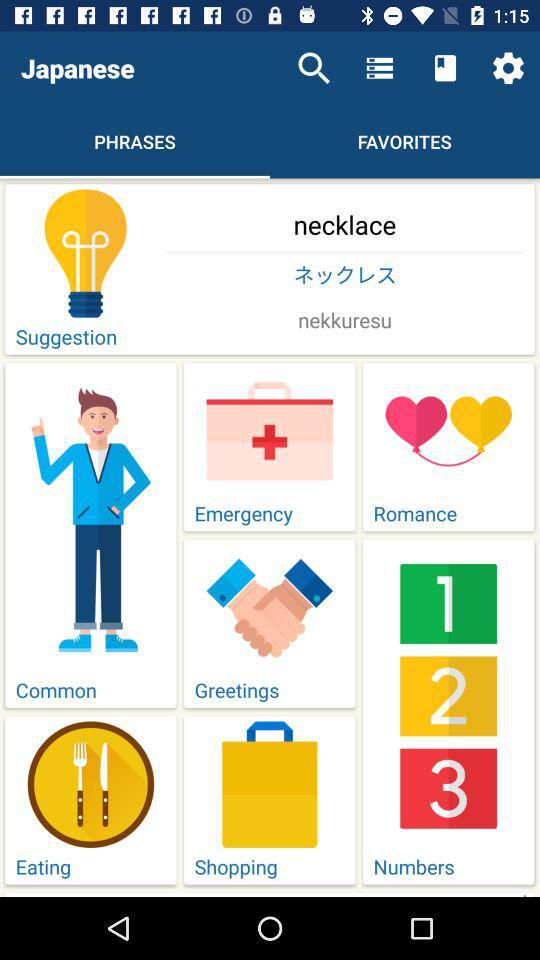 This screenshot has width=540, height=960. What do you see at coordinates (314, 68) in the screenshot?
I see `item above the necklace` at bounding box center [314, 68].